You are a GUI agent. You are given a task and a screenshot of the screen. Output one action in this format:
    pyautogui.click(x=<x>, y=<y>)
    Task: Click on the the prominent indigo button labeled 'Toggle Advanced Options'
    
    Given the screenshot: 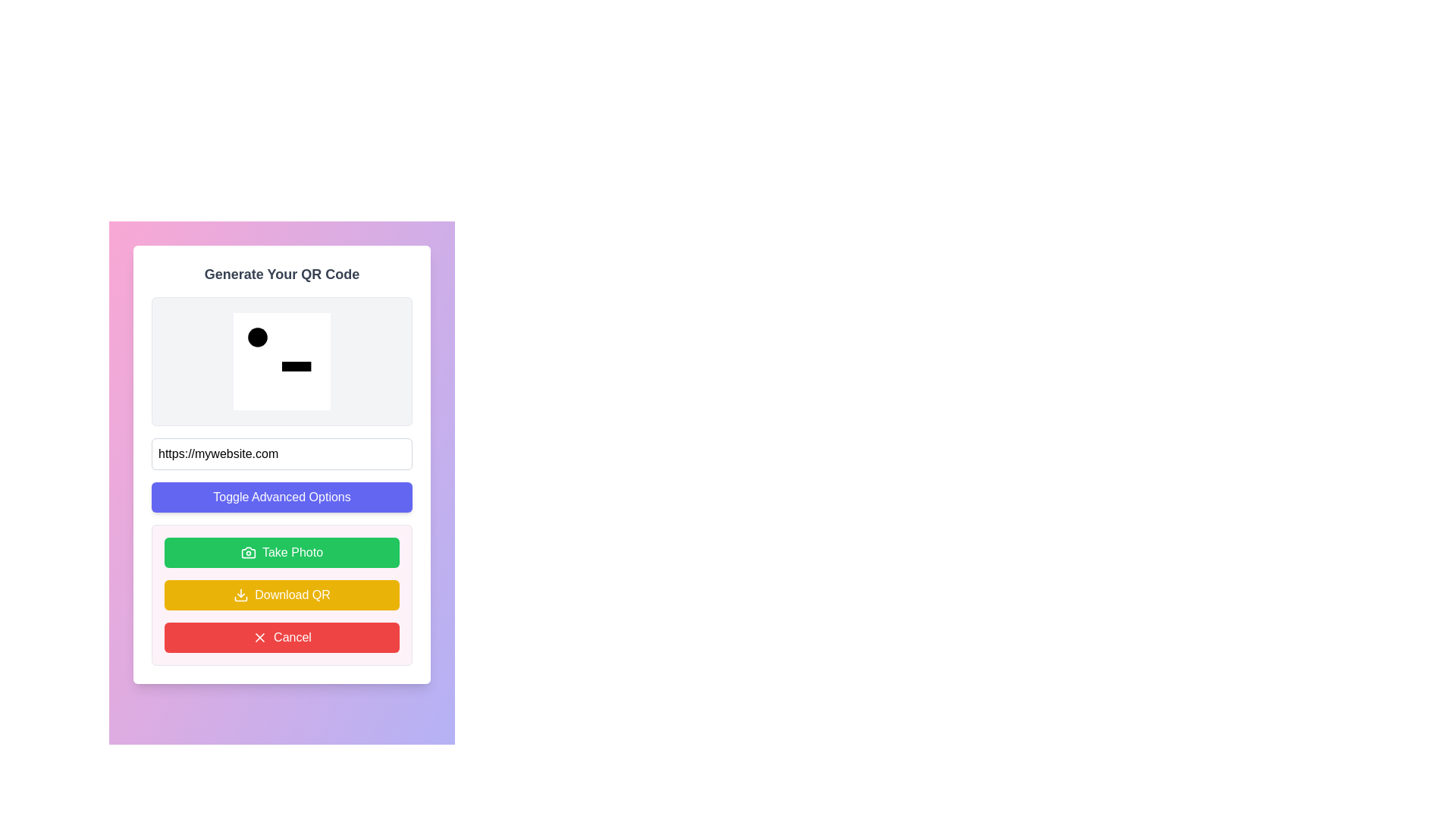 What is the action you would take?
    pyautogui.click(x=282, y=497)
    